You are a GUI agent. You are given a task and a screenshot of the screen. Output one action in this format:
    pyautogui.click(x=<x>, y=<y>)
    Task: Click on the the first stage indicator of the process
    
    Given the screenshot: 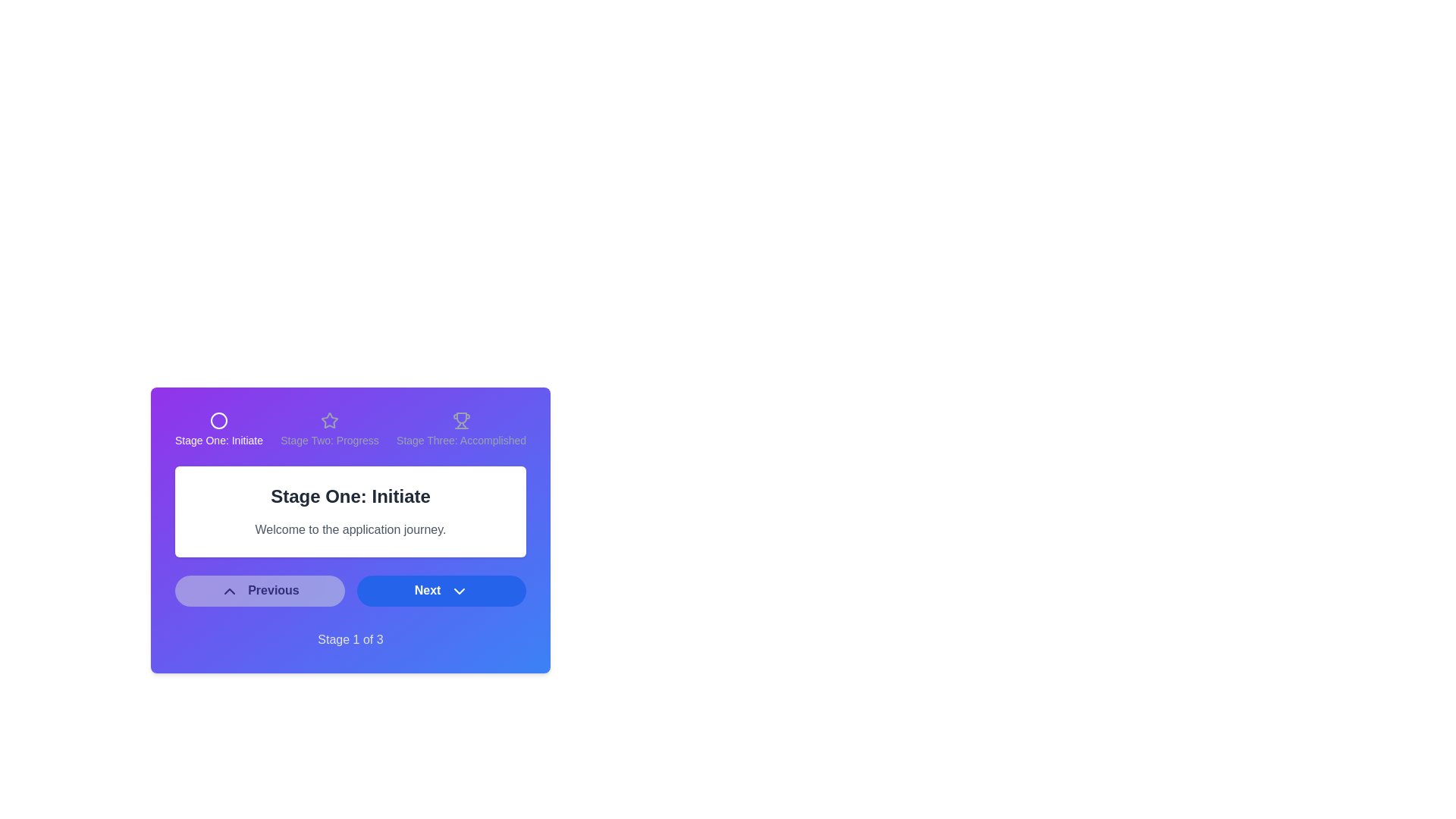 What is the action you would take?
    pyautogui.click(x=218, y=430)
    